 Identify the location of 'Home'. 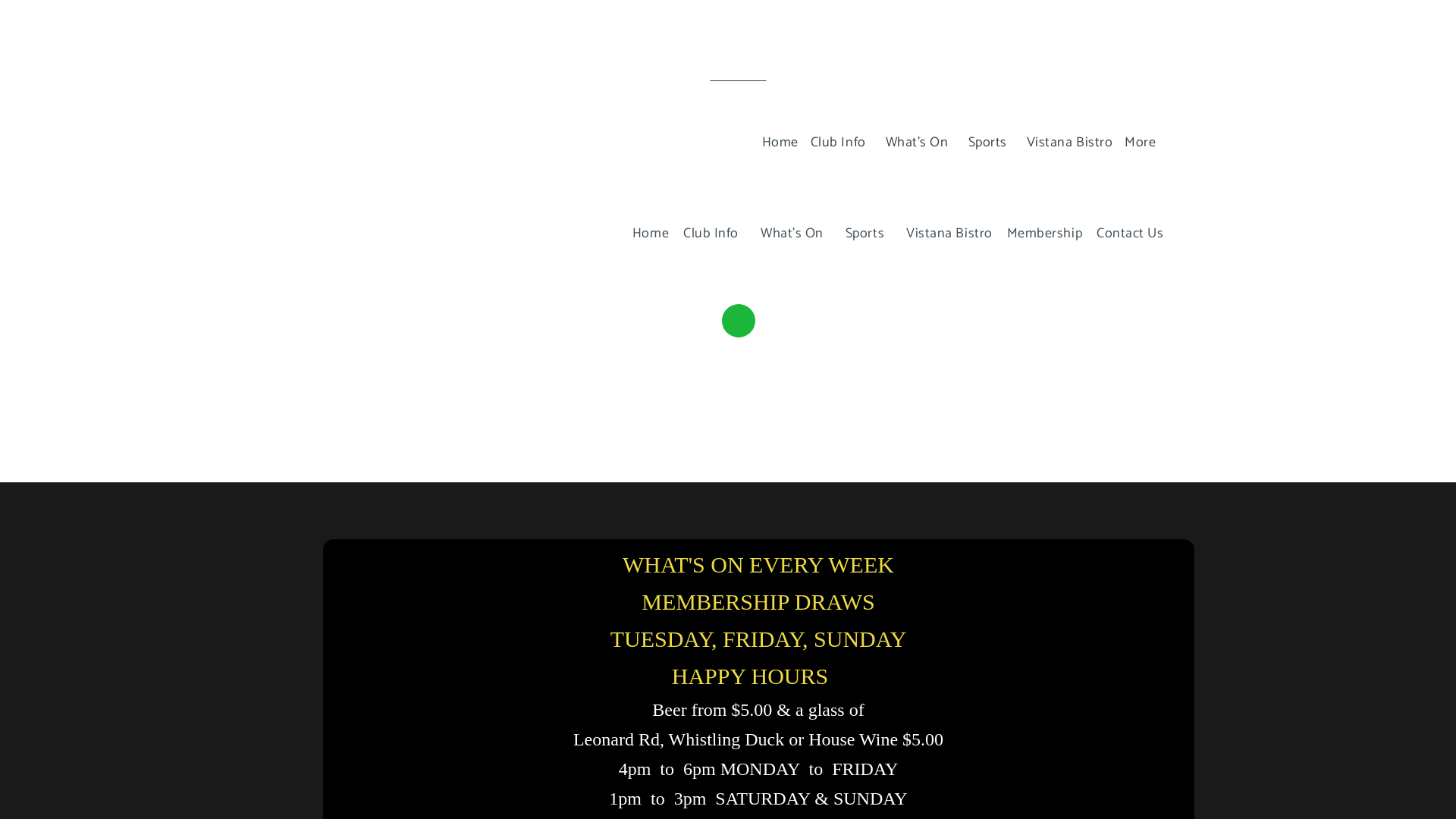
(643, 234).